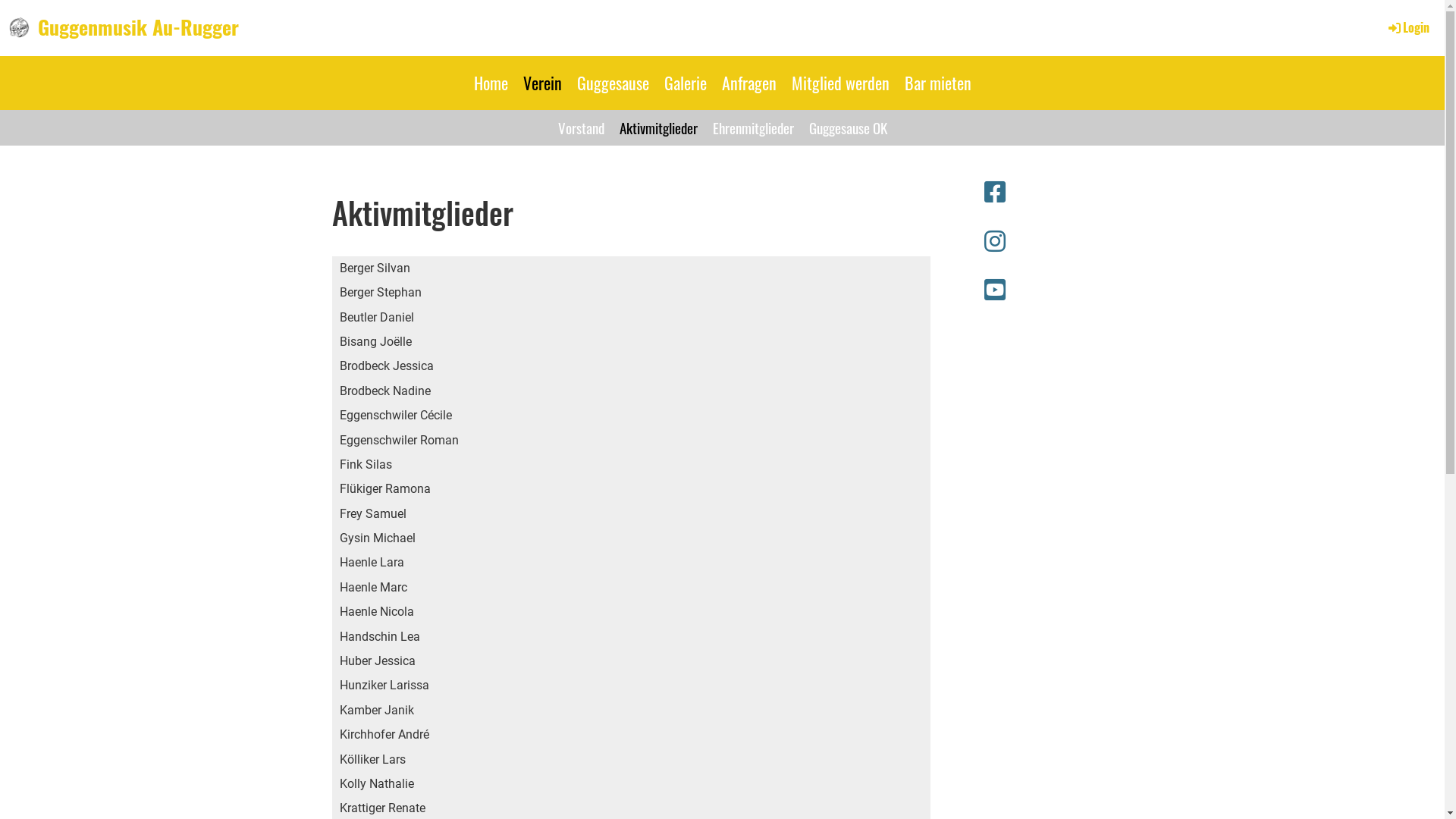  What do you see at coordinates (937, 83) in the screenshot?
I see `'Bar mieten'` at bounding box center [937, 83].